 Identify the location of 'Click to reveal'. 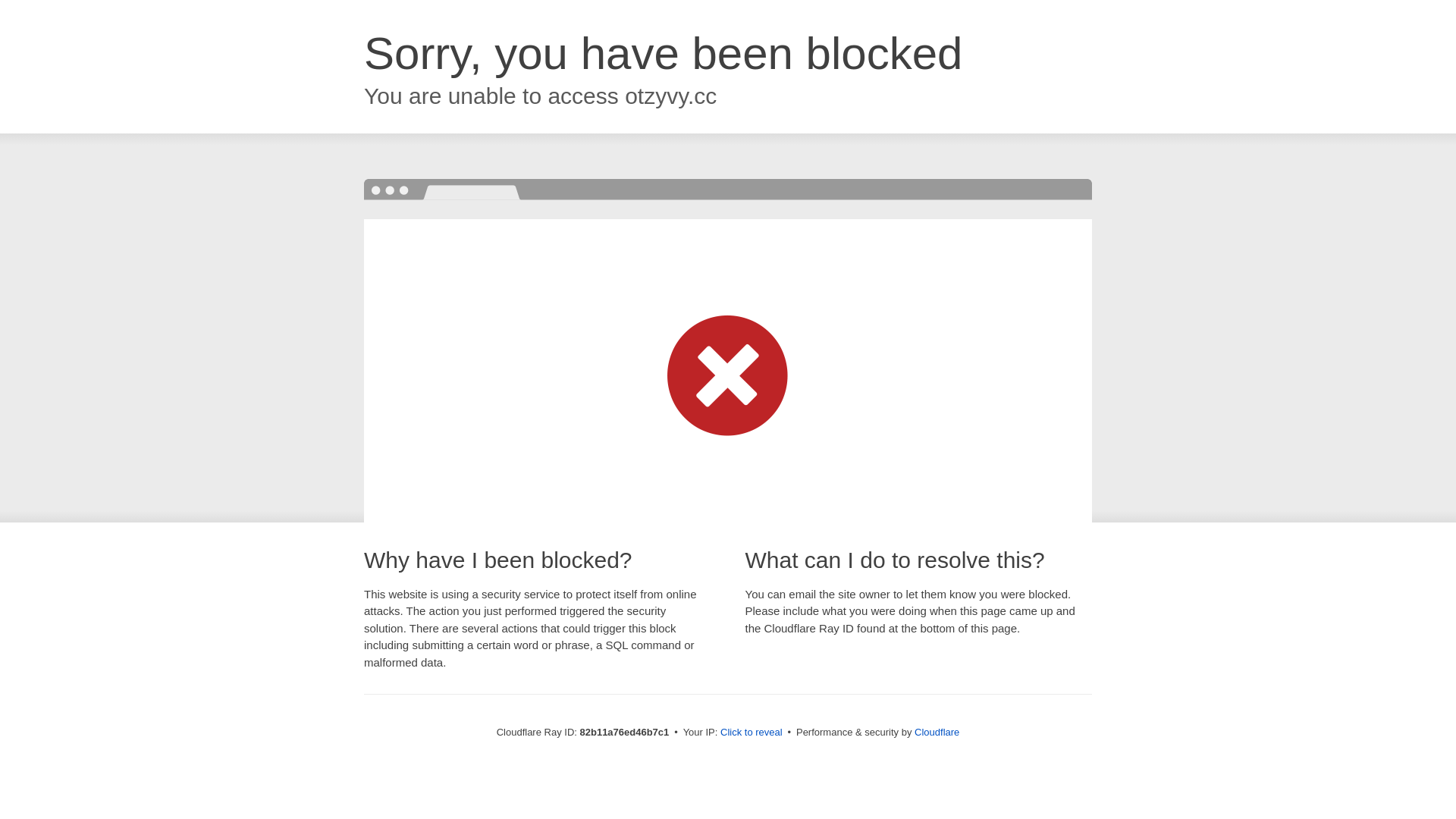
(751, 731).